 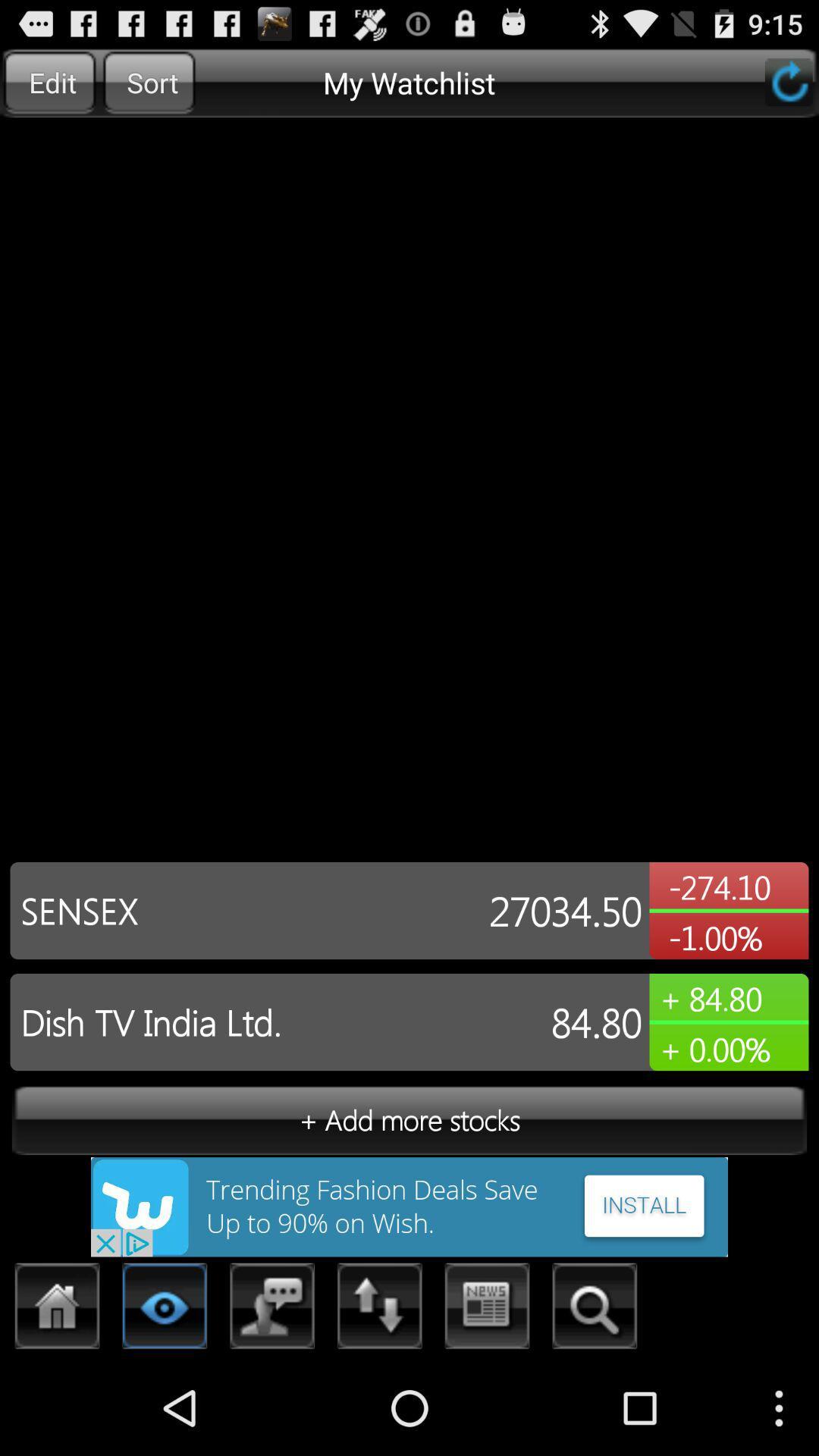 What do you see at coordinates (271, 1310) in the screenshot?
I see `chat` at bounding box center [271, 1310].